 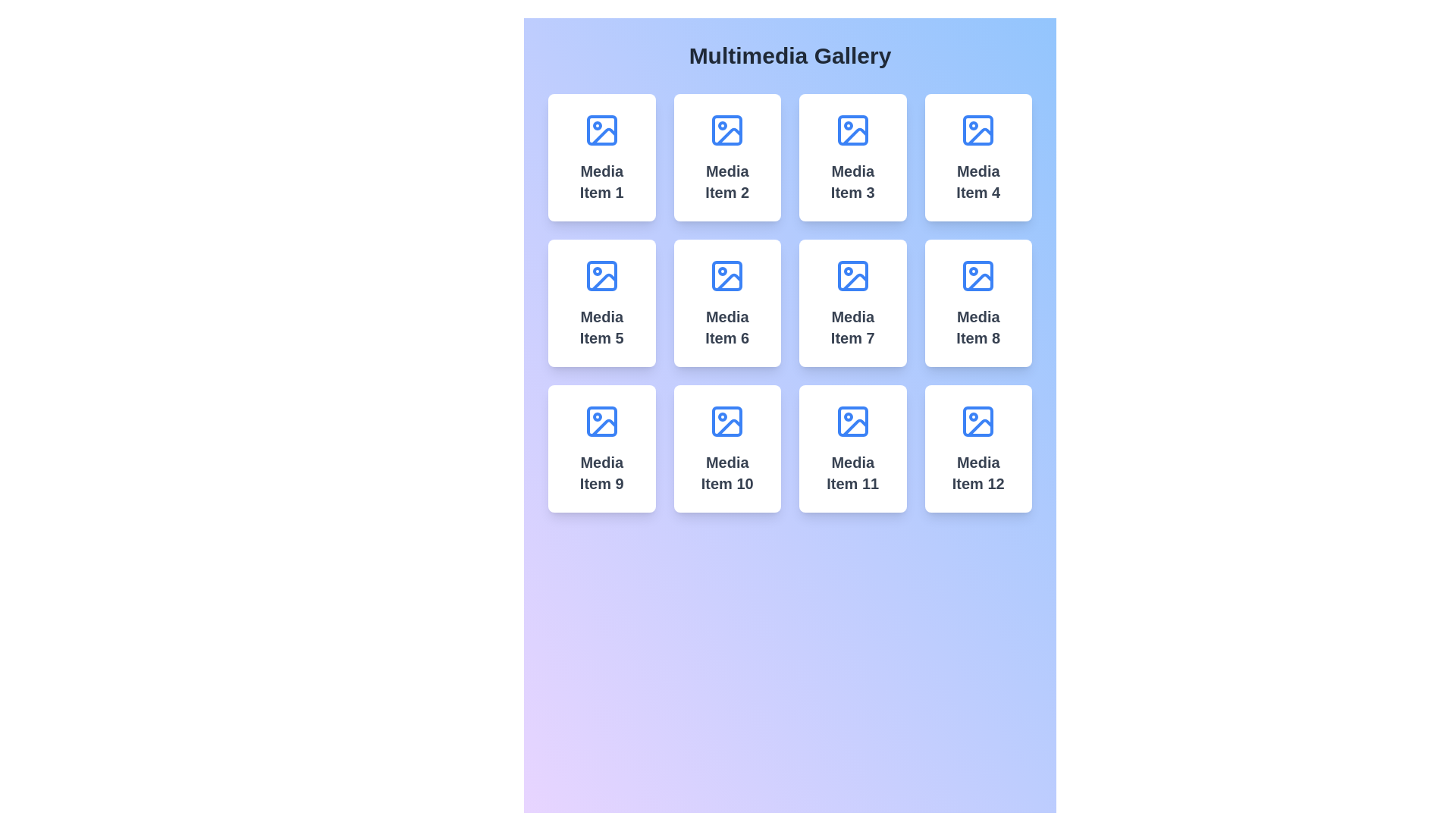 What do you see at coordinates (726, 275) in the screenshot?
I see `the icon located at the top-center of the card labeled 'Media Item 6'` at bounding box center [726, 275].